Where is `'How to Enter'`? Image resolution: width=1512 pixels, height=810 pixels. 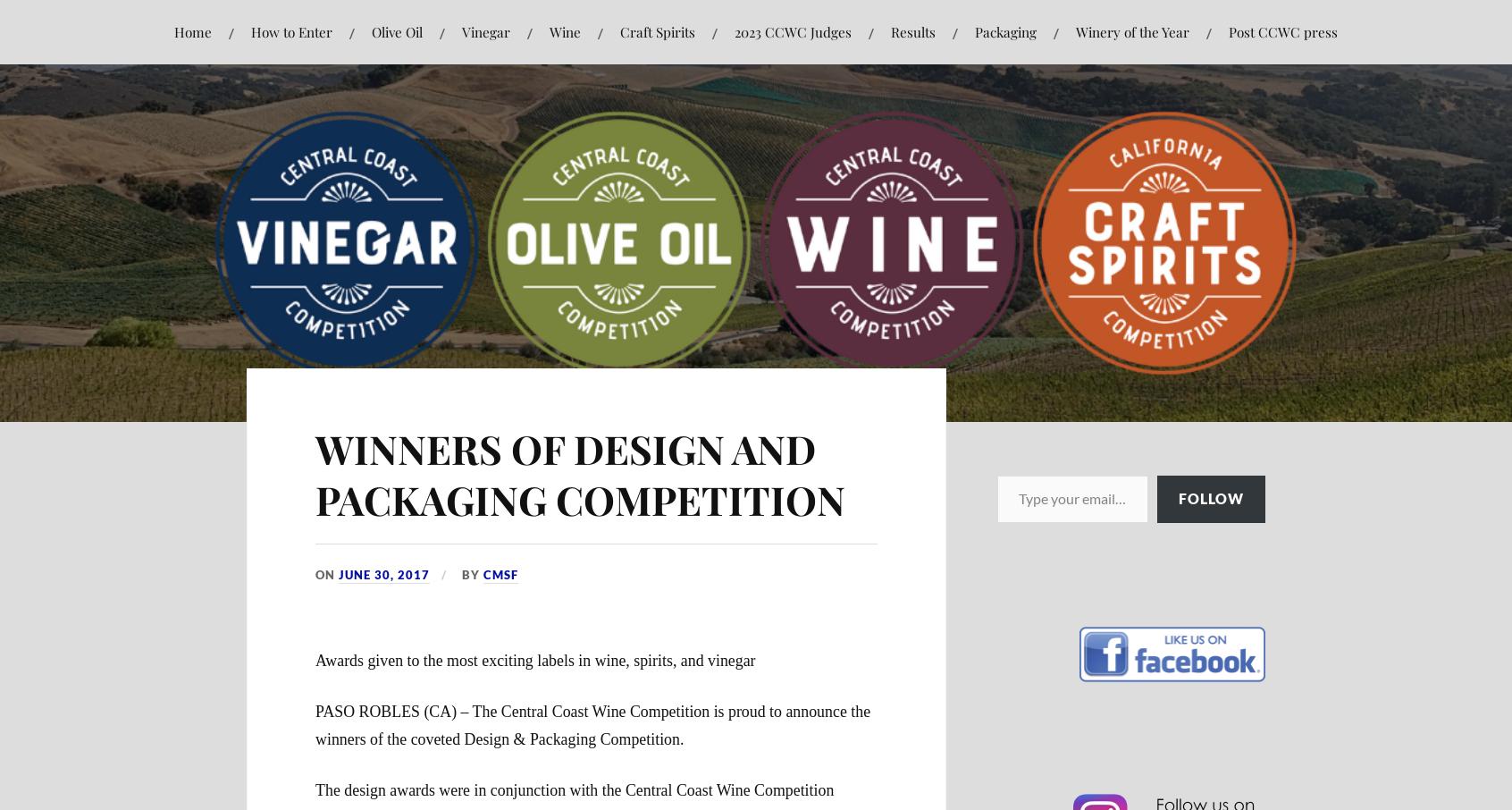 'How to Enter' is located at coordinates (290, 30).